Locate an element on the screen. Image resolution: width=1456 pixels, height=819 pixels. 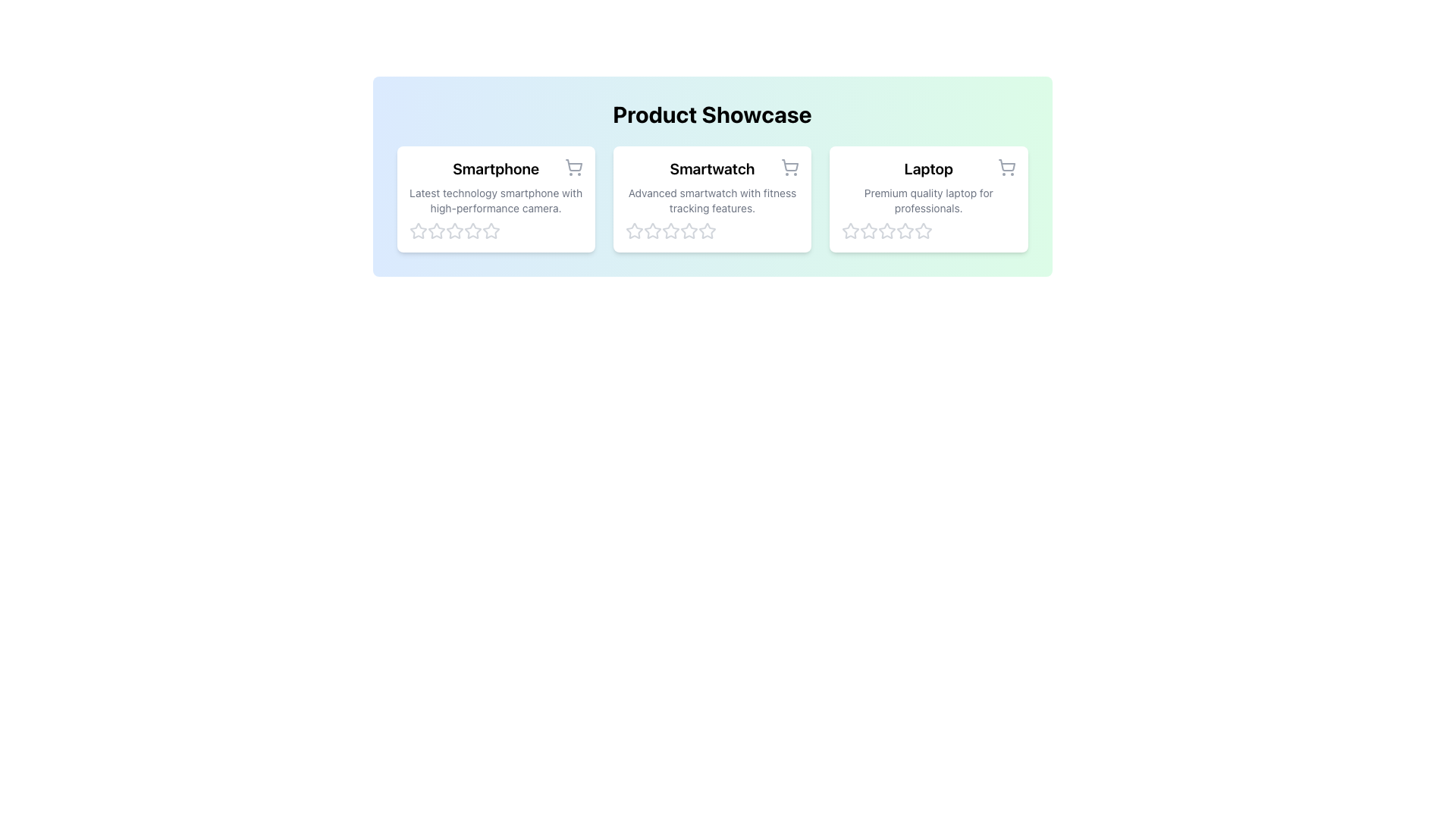
the third star icon in the rating section below the 'Smartwatch' product card is located at coordinates (670, 231).